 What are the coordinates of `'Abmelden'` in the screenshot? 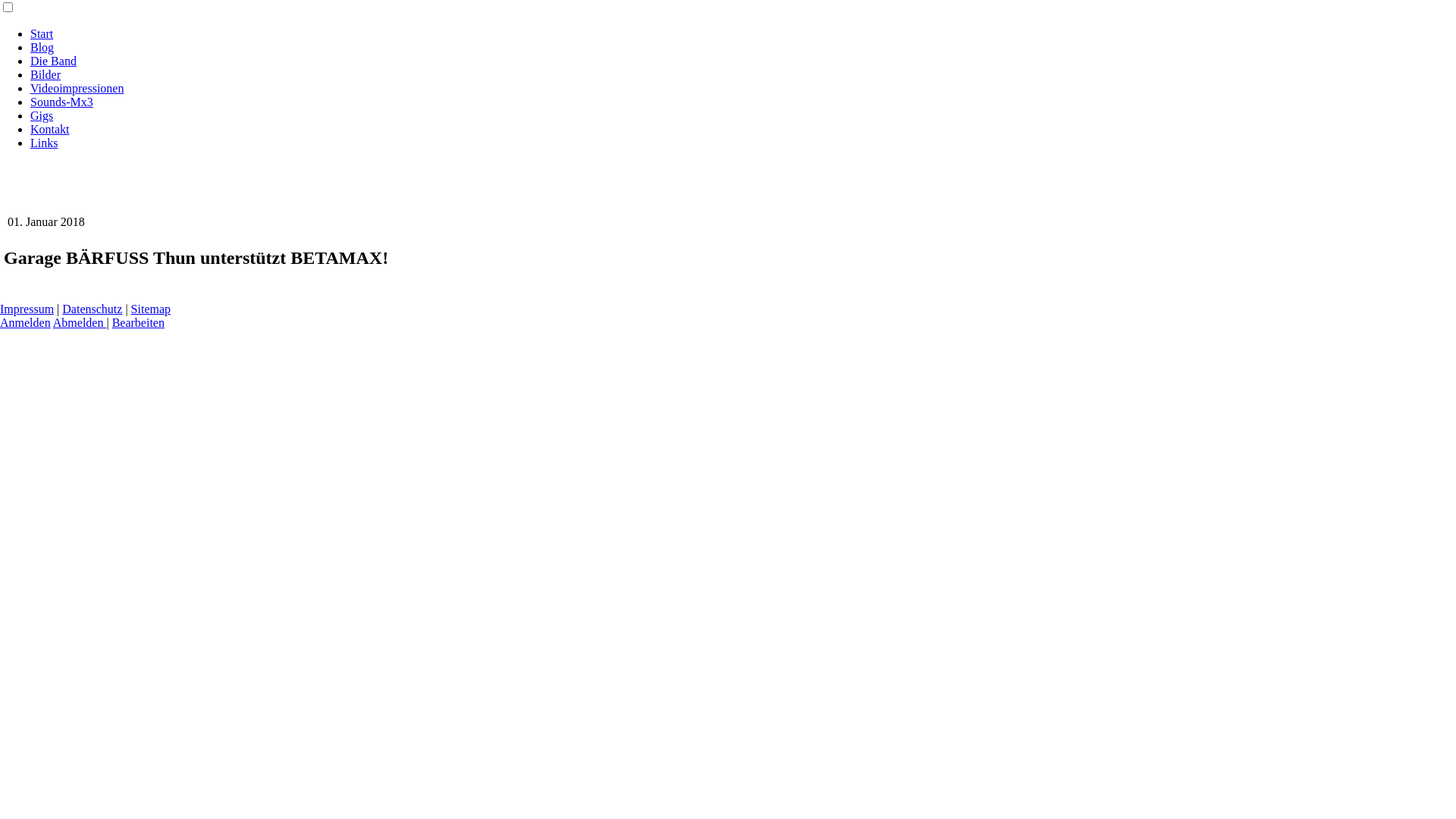 It's located at (79, 322).